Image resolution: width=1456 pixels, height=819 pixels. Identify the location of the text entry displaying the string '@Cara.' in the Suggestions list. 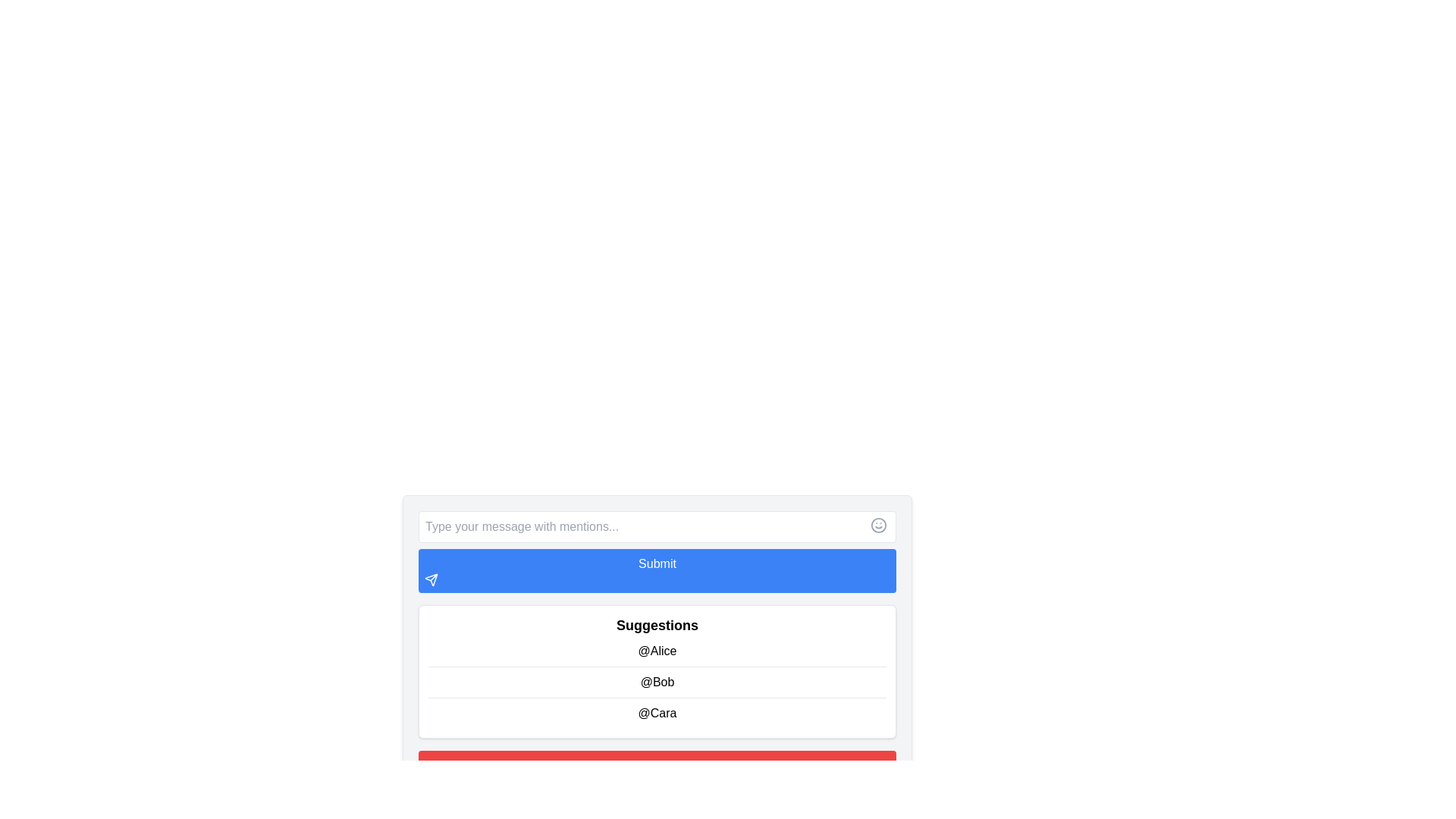
(657, 713).